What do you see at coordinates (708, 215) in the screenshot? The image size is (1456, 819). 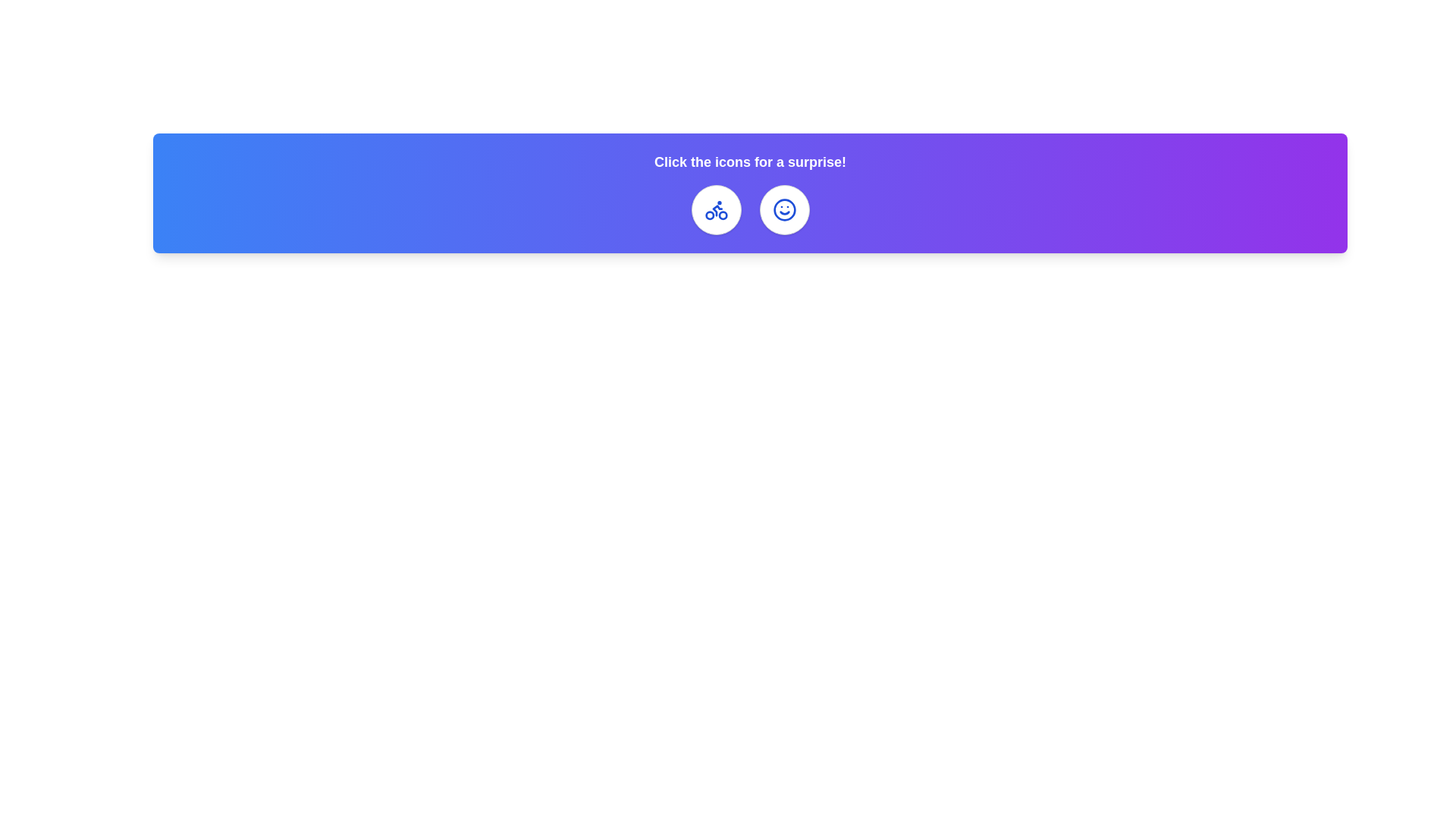 I see `the small blue circular graphic element, which is the left wheel of the bicycle icon, located near the bottom-left of the icon` at bounding box center [708, 215].